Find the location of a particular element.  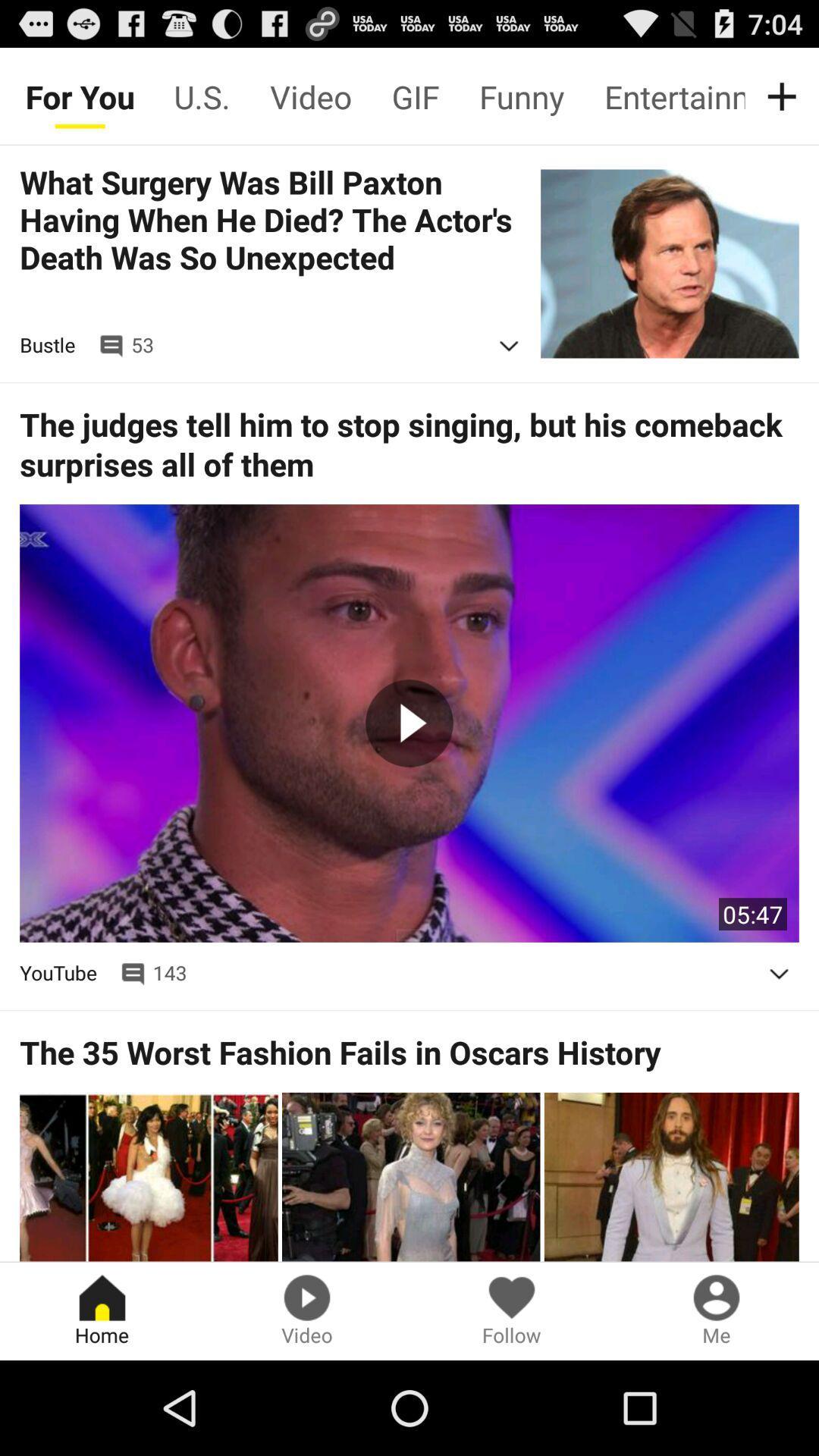

tab is located at coordinates (785, 96).